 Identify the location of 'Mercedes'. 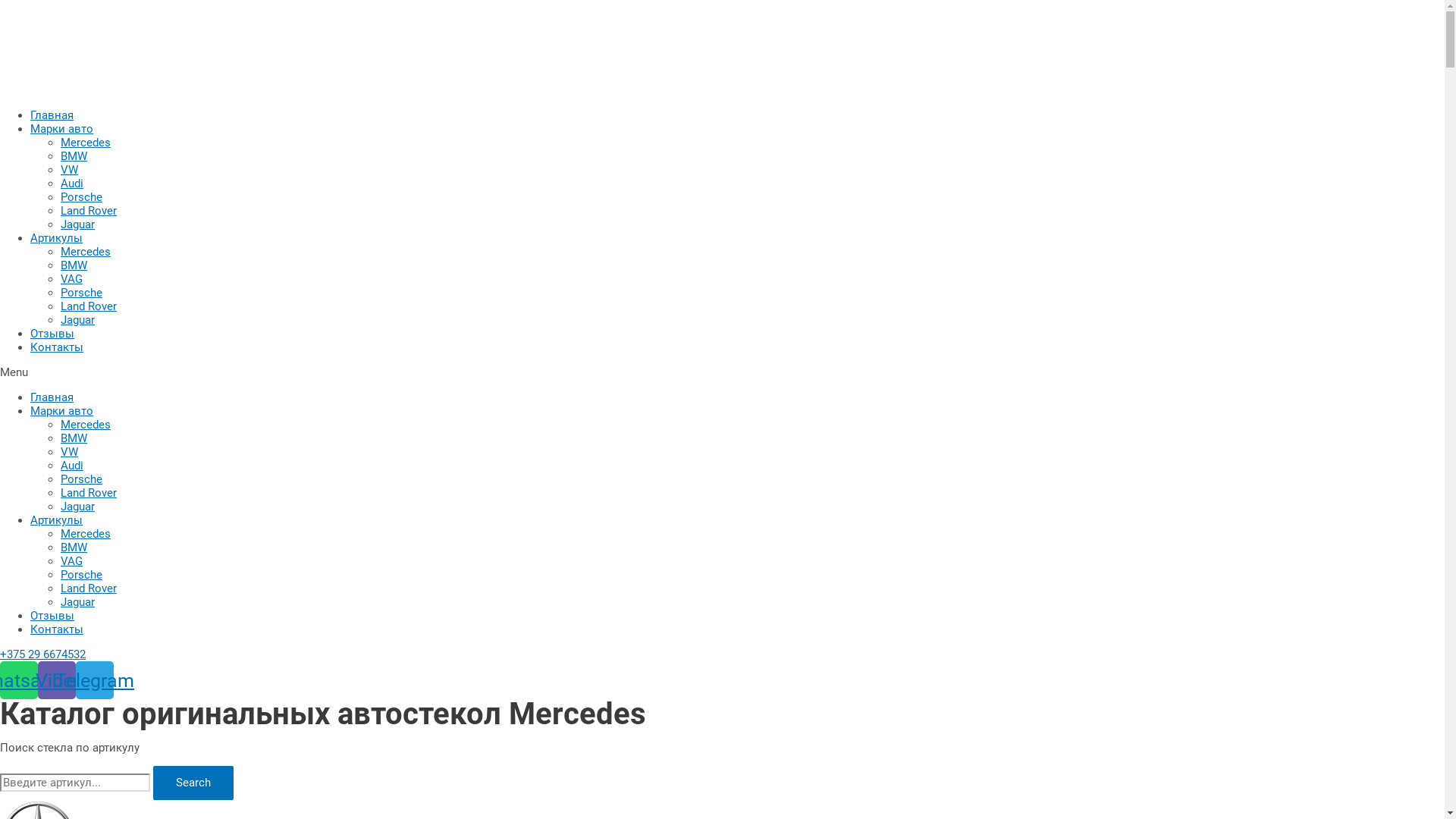
(85, 533).